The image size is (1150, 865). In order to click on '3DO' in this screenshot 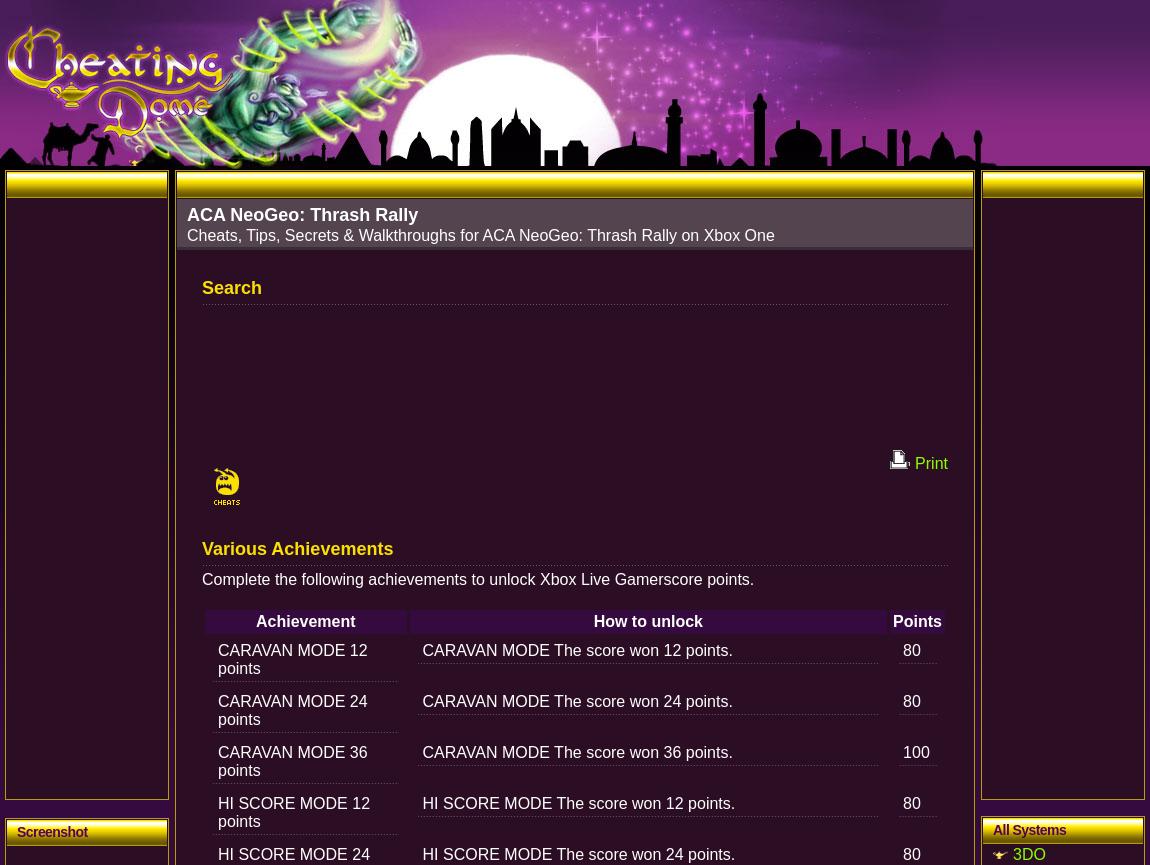, I will do `click(1029, 853)`.